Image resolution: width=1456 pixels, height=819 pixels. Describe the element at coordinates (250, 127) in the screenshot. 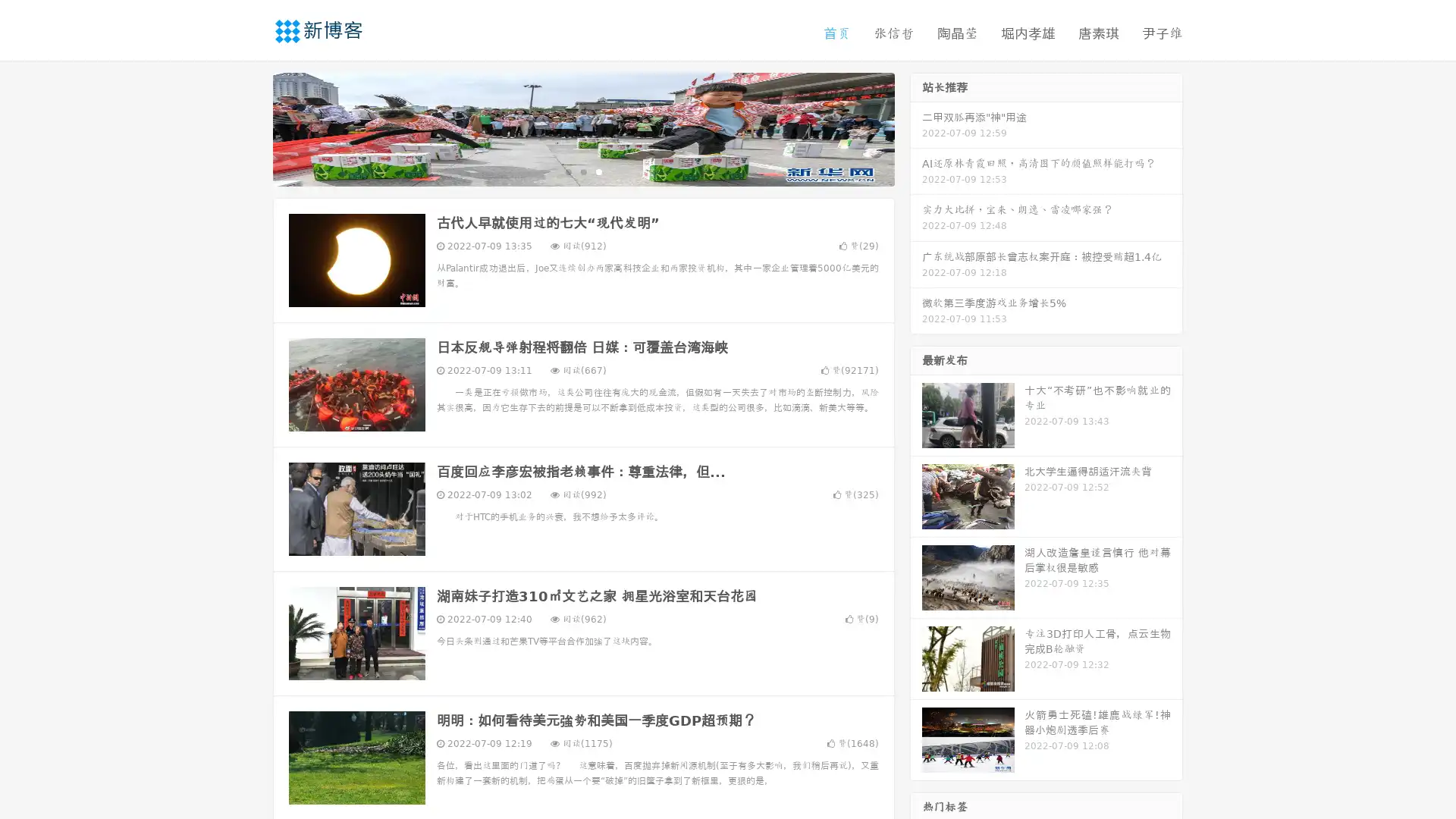

I see `Previous slide` at that location.